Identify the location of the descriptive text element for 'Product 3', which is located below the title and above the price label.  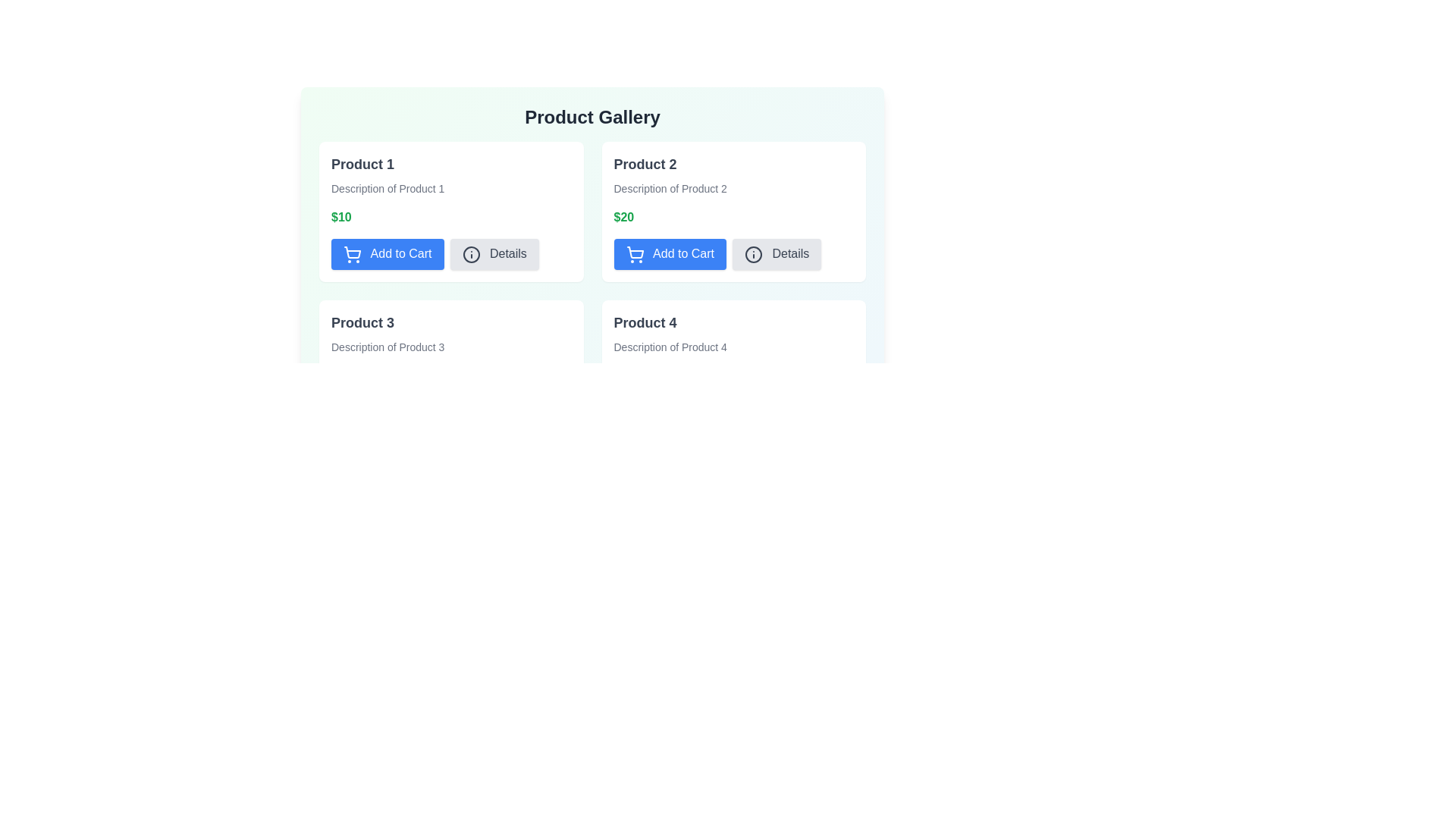
(388, 347).